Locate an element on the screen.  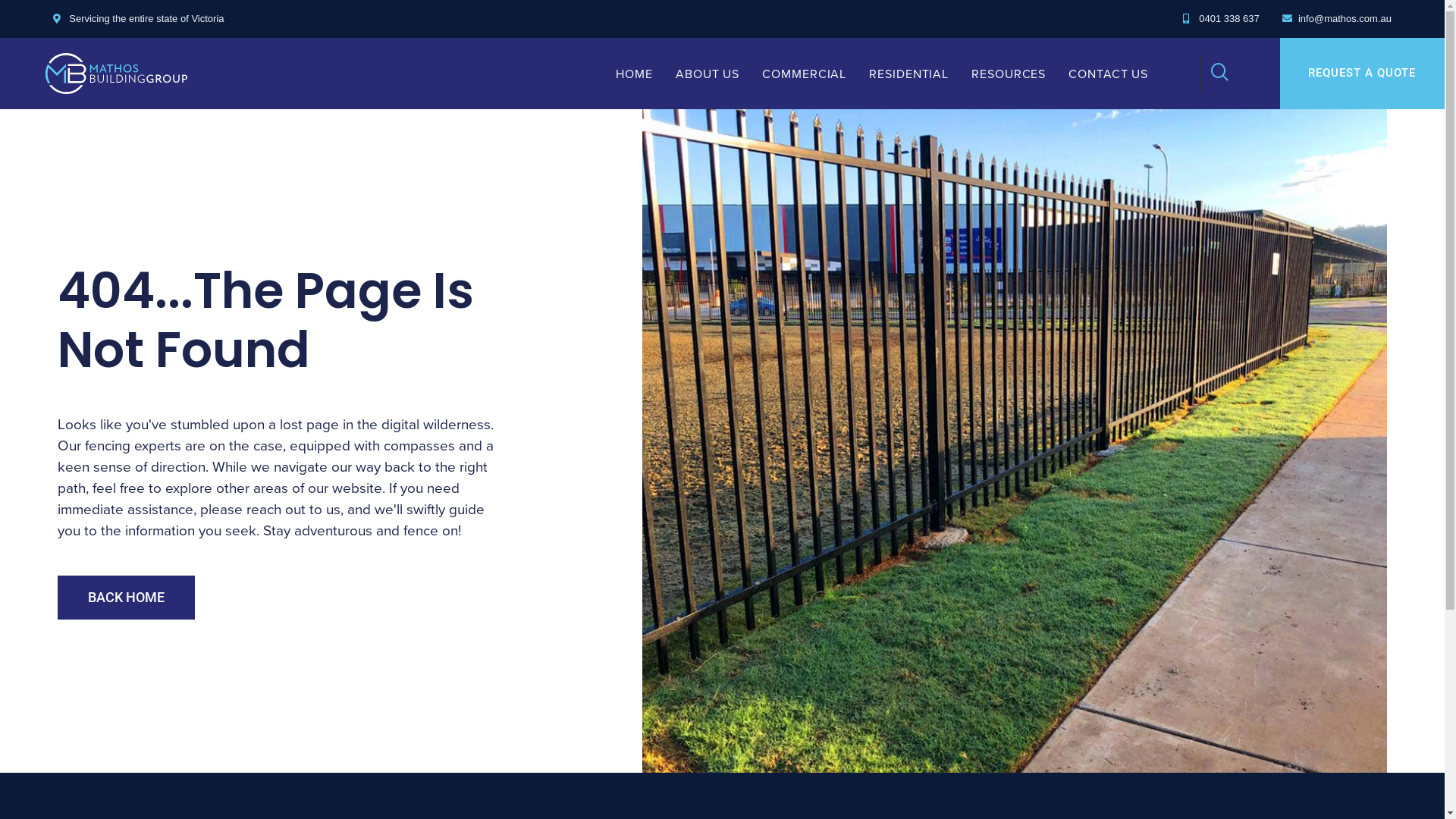
'info@mathos.com.au' is located at coordinates (1336, 18).